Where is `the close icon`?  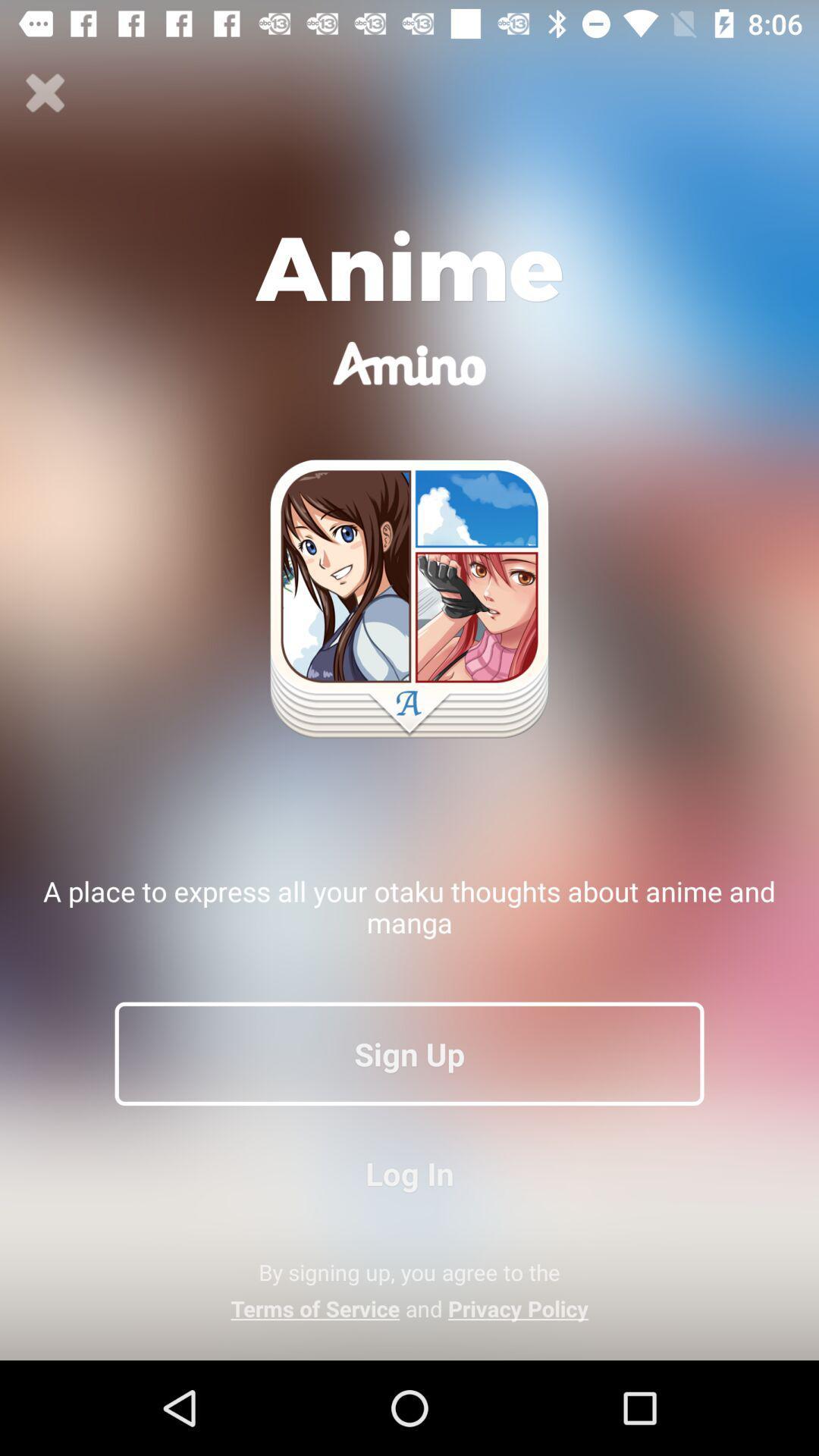
the close icon is located at coordinates (45, 93).